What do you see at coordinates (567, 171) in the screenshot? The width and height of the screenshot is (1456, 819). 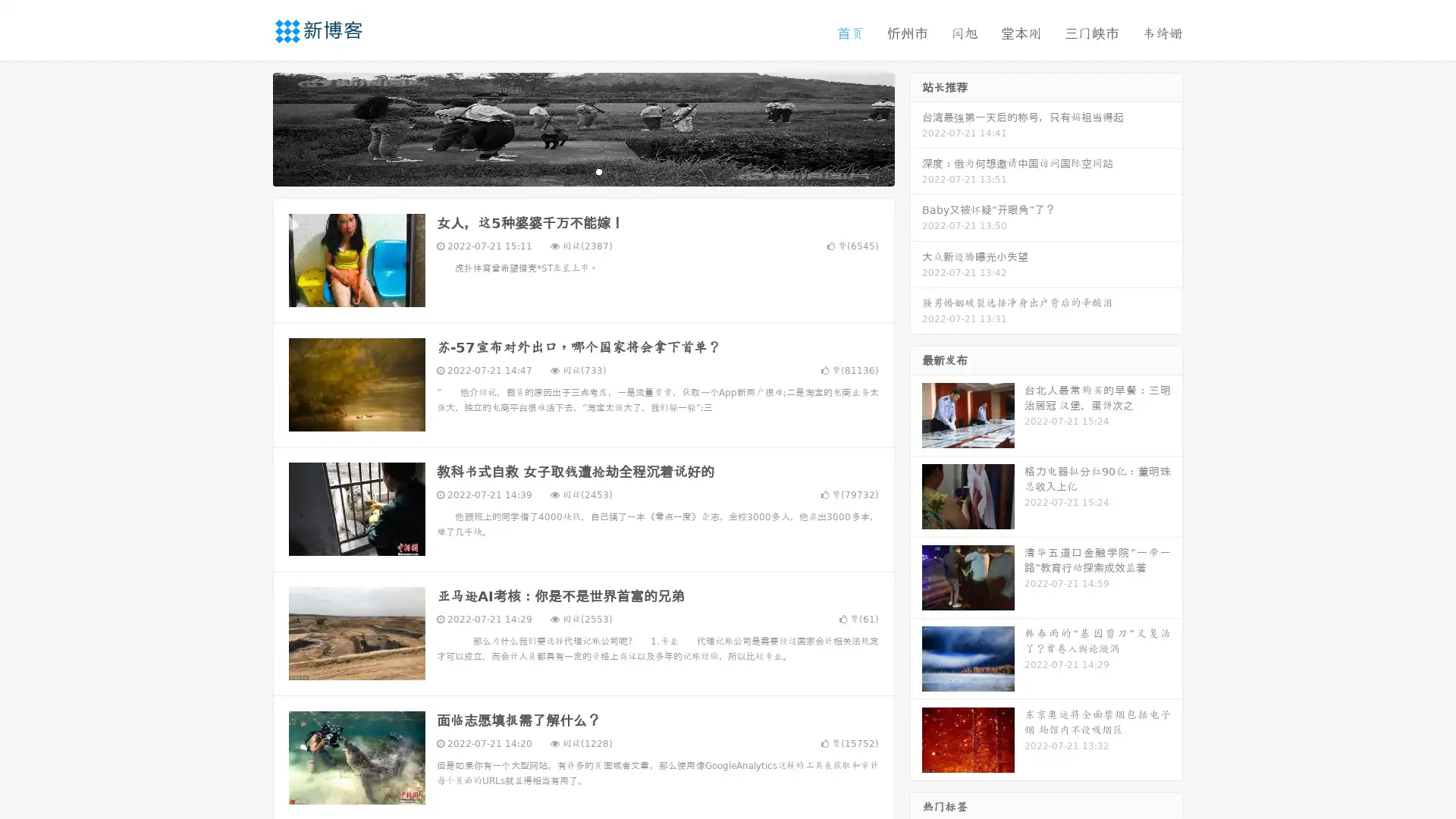 I see `Go to slide 1` at bounding box center [567, 171].